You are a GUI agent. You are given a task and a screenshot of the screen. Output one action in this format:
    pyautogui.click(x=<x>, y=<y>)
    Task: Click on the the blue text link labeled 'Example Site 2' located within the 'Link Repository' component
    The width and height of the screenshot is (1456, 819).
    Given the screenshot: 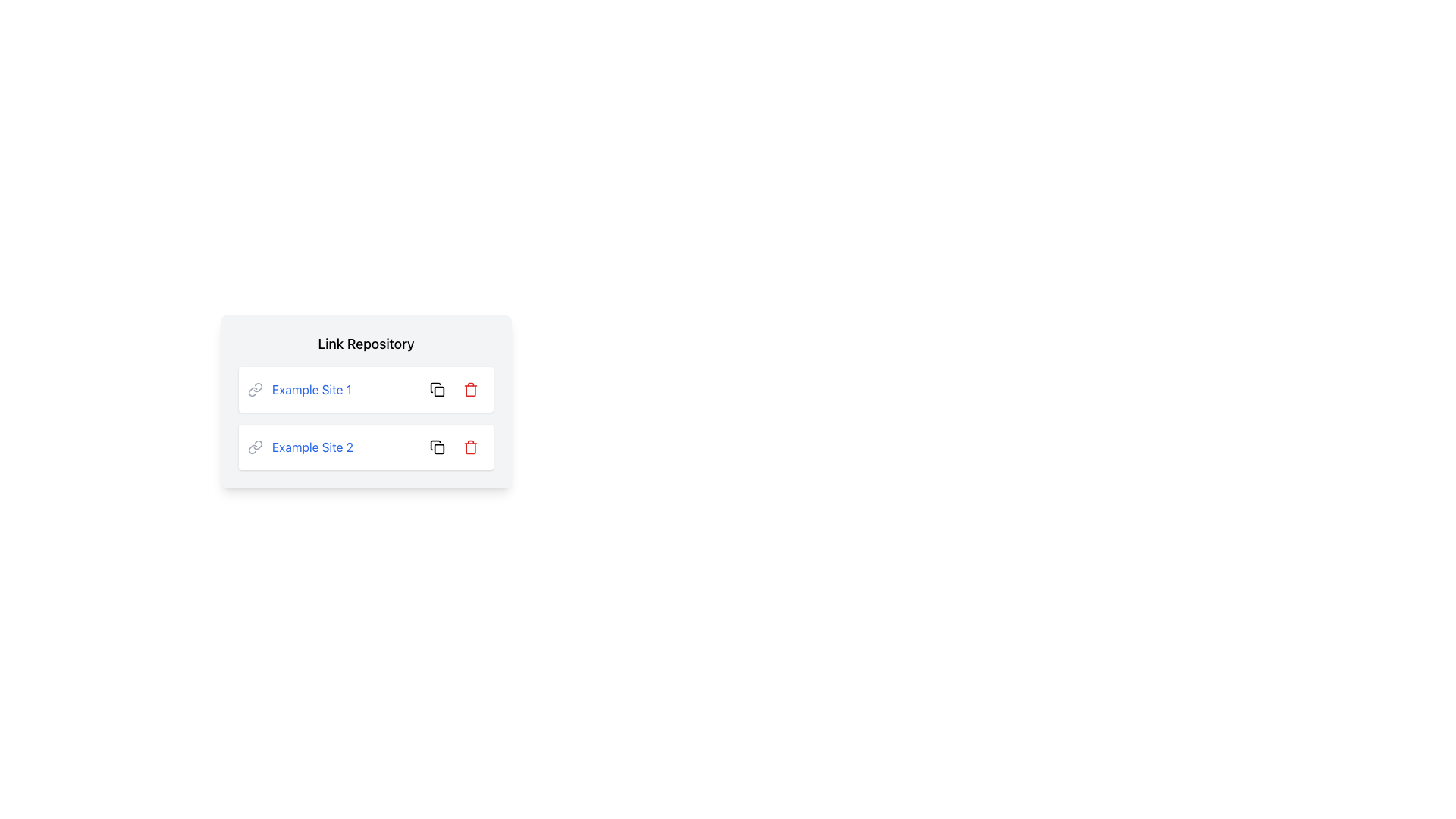 What is the action you would take?
    pyautogui.click(x=312, y=447)
    